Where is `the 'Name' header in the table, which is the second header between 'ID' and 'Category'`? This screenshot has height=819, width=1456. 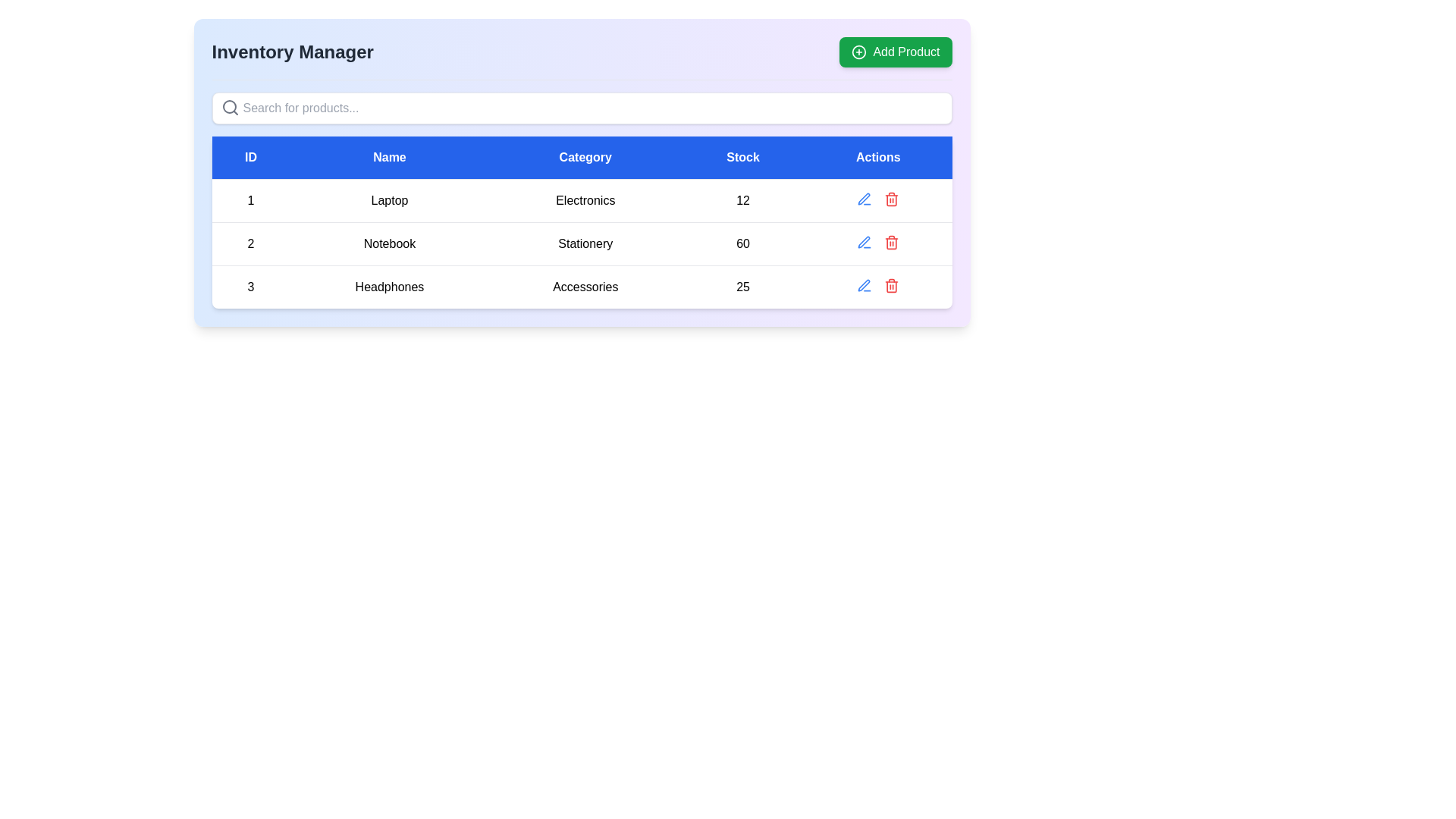 the 'Name' header in the table, which is the second header between 'ID' and 'Category' is located at coordinates (389, 158).